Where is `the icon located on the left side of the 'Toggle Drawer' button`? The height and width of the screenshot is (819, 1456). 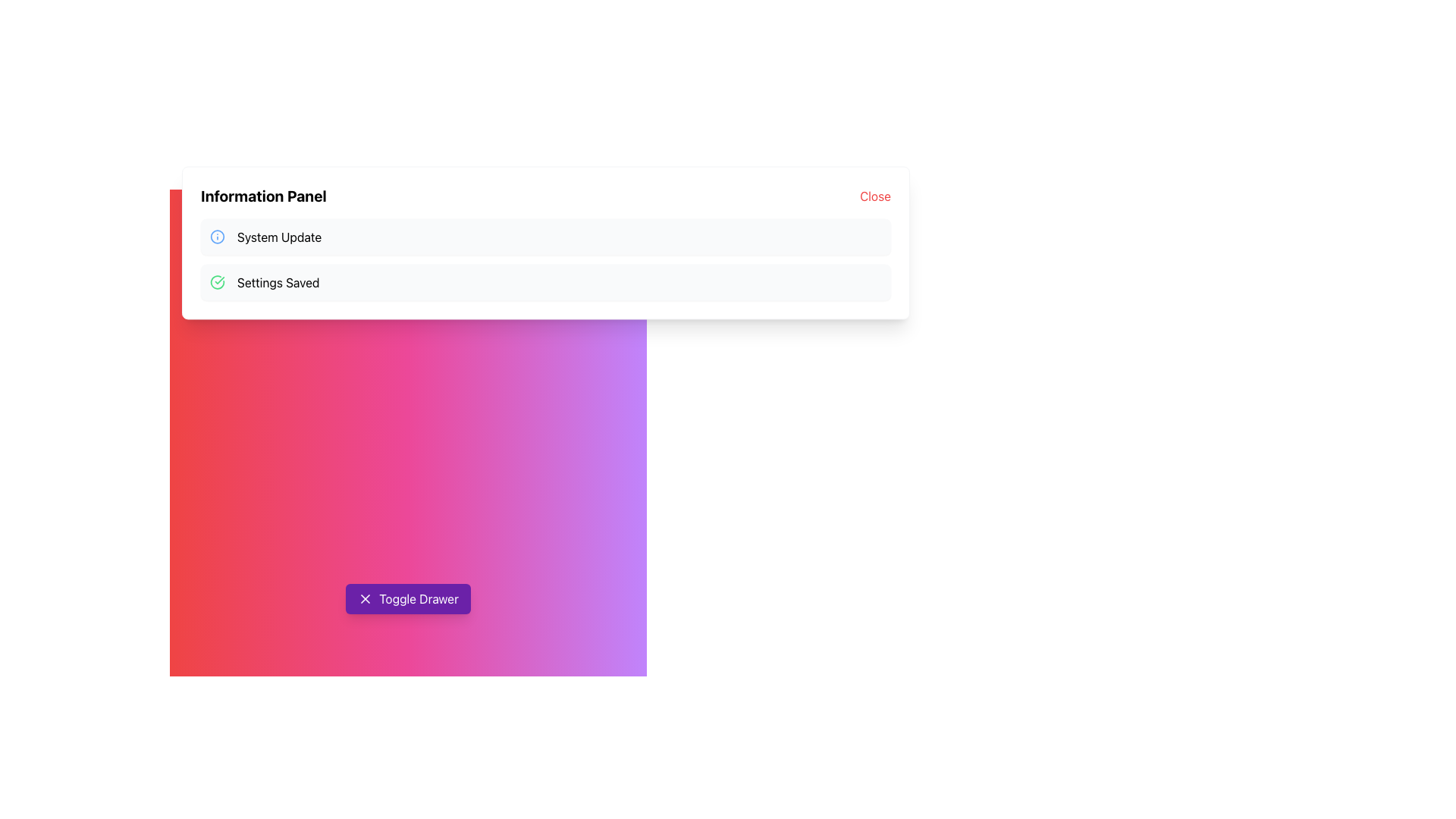
the icon located on the left side of the 'Toggle Drawer' button is located at coordinates (366, 598).